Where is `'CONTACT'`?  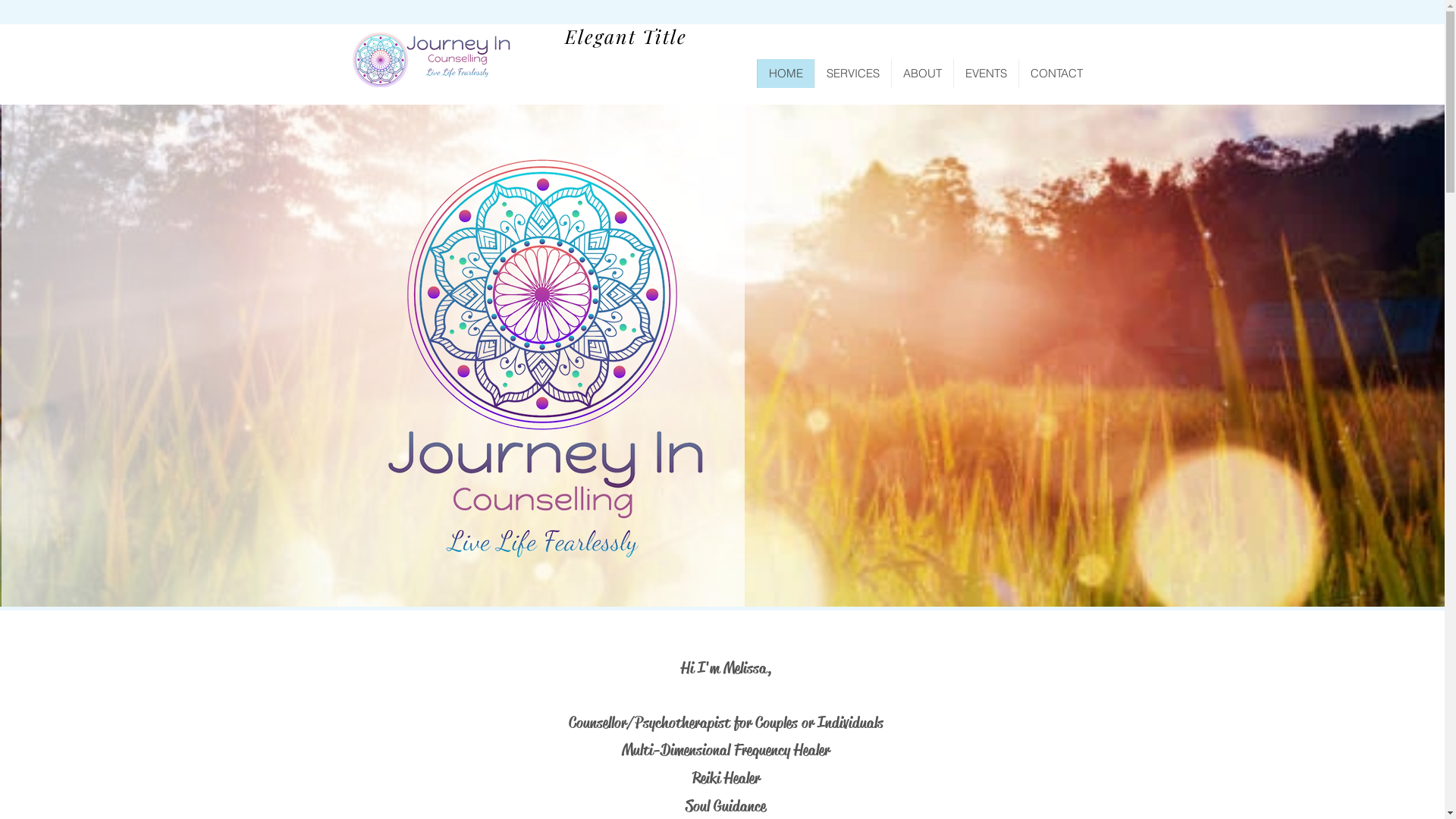 'CONTACT' is located at coordinates (1055, 73).